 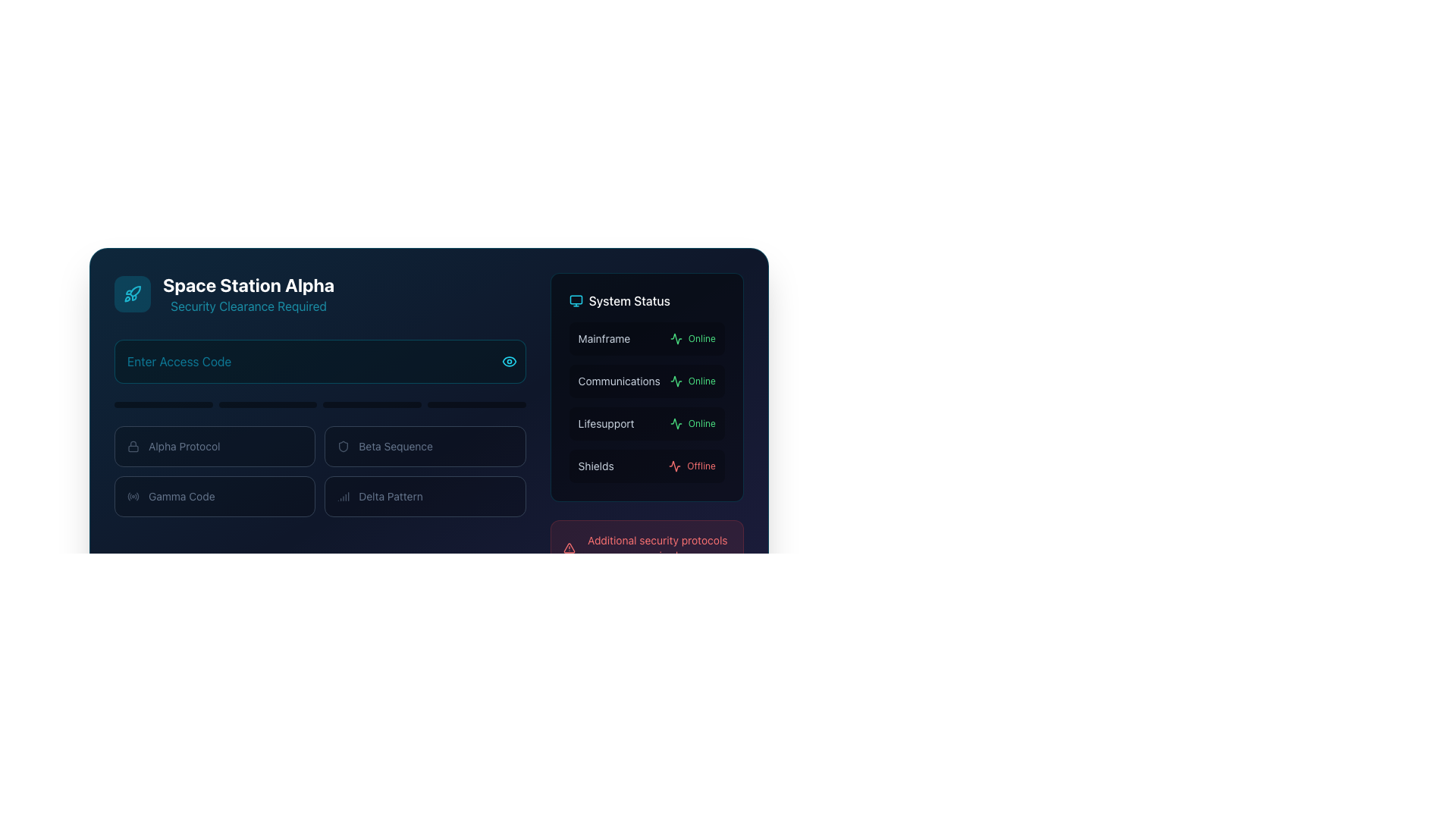 What do you see at coordinates (647, 386) in the screenshot?
I see `the Status indicator component, which is a rectangular box with a black background and cyan border labeled 'System Status', containing various online/offline status indicators` at bounding box center [647, 386].